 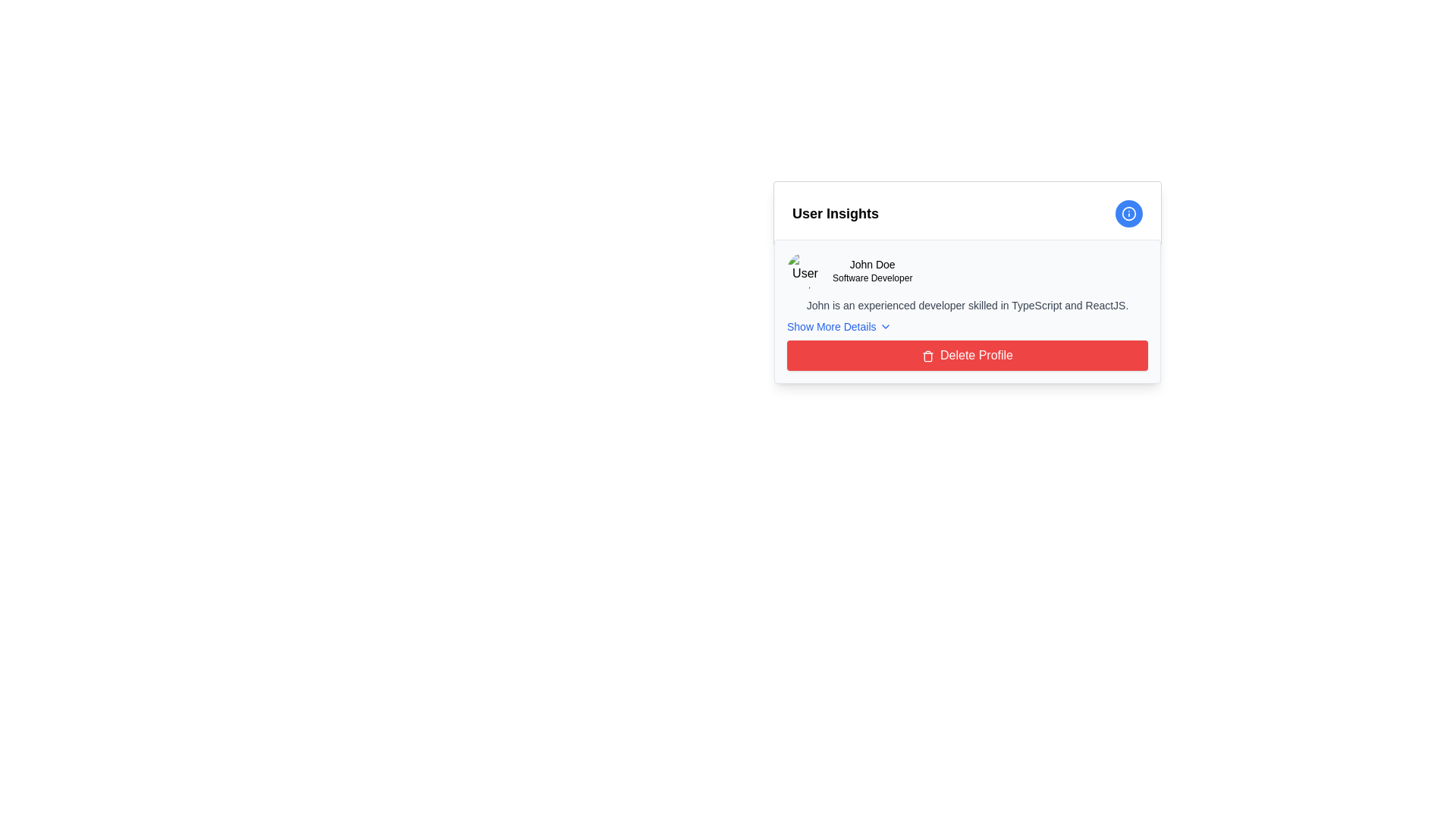 What do you see at coordinates (967, 356) in the screenshot?
I see `the 'Delete Profile' button, which features a red background, white text, and a trash icon, located at the bottom of a user summary card` at bounding box center [967, 356].